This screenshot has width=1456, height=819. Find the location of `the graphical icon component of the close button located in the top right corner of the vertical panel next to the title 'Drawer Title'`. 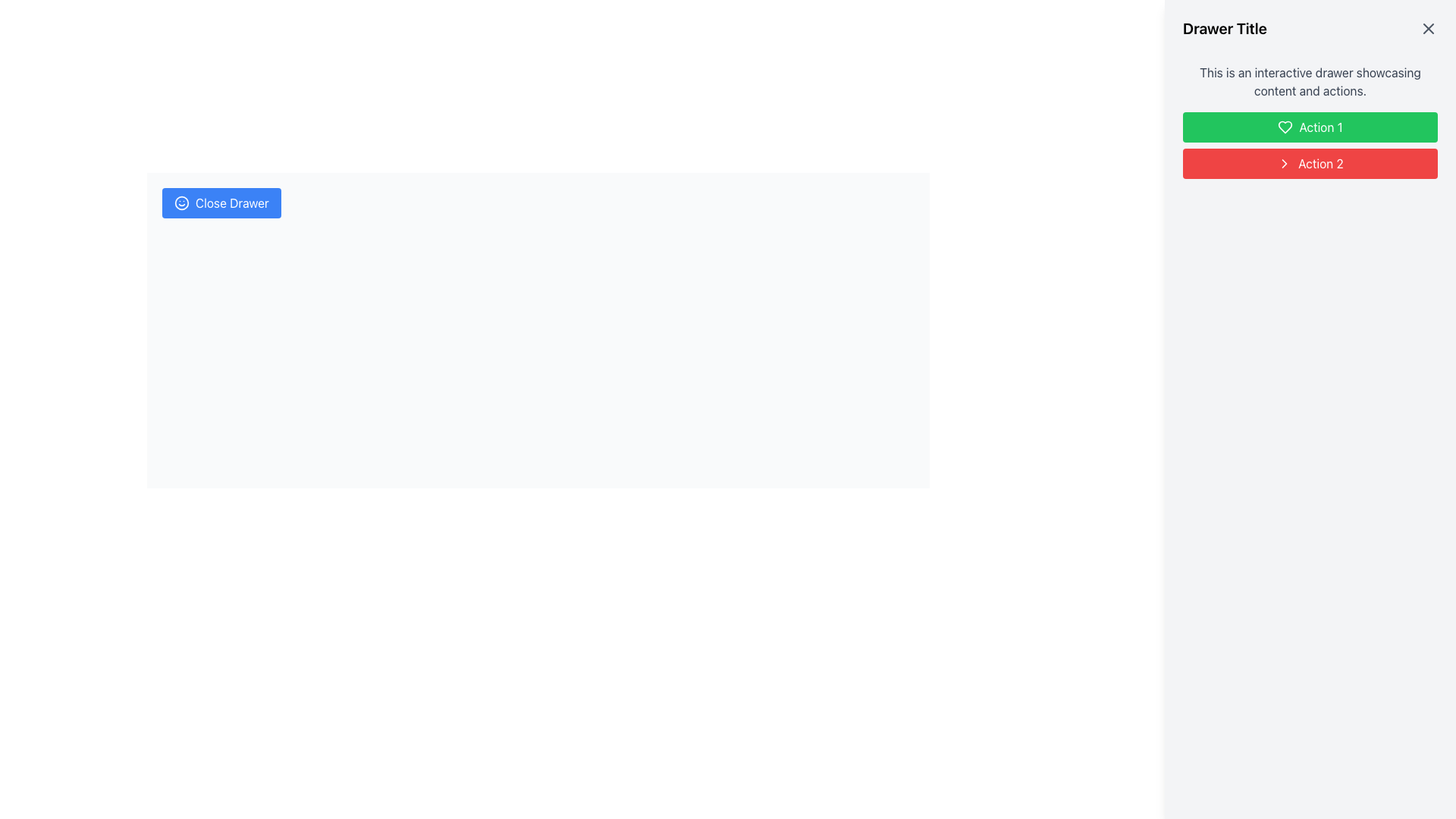

the graphical icon component of the close button located in the top right corner of the vertical panel next to the title 'Drawer Title' is located at coordinates (1427, 29).